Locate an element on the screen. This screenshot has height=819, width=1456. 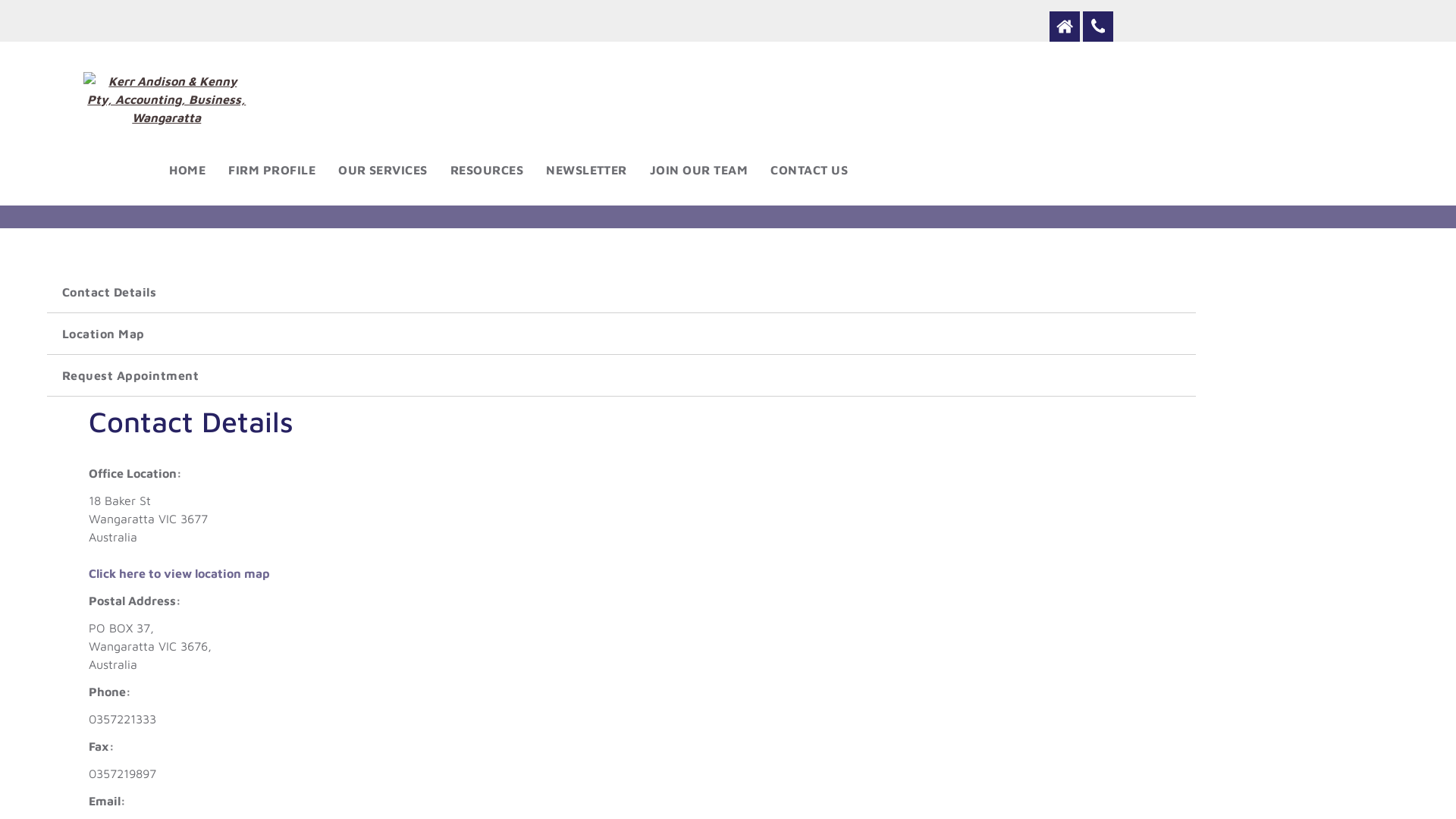
'Contact Details' is located at coordinates (621, 292).